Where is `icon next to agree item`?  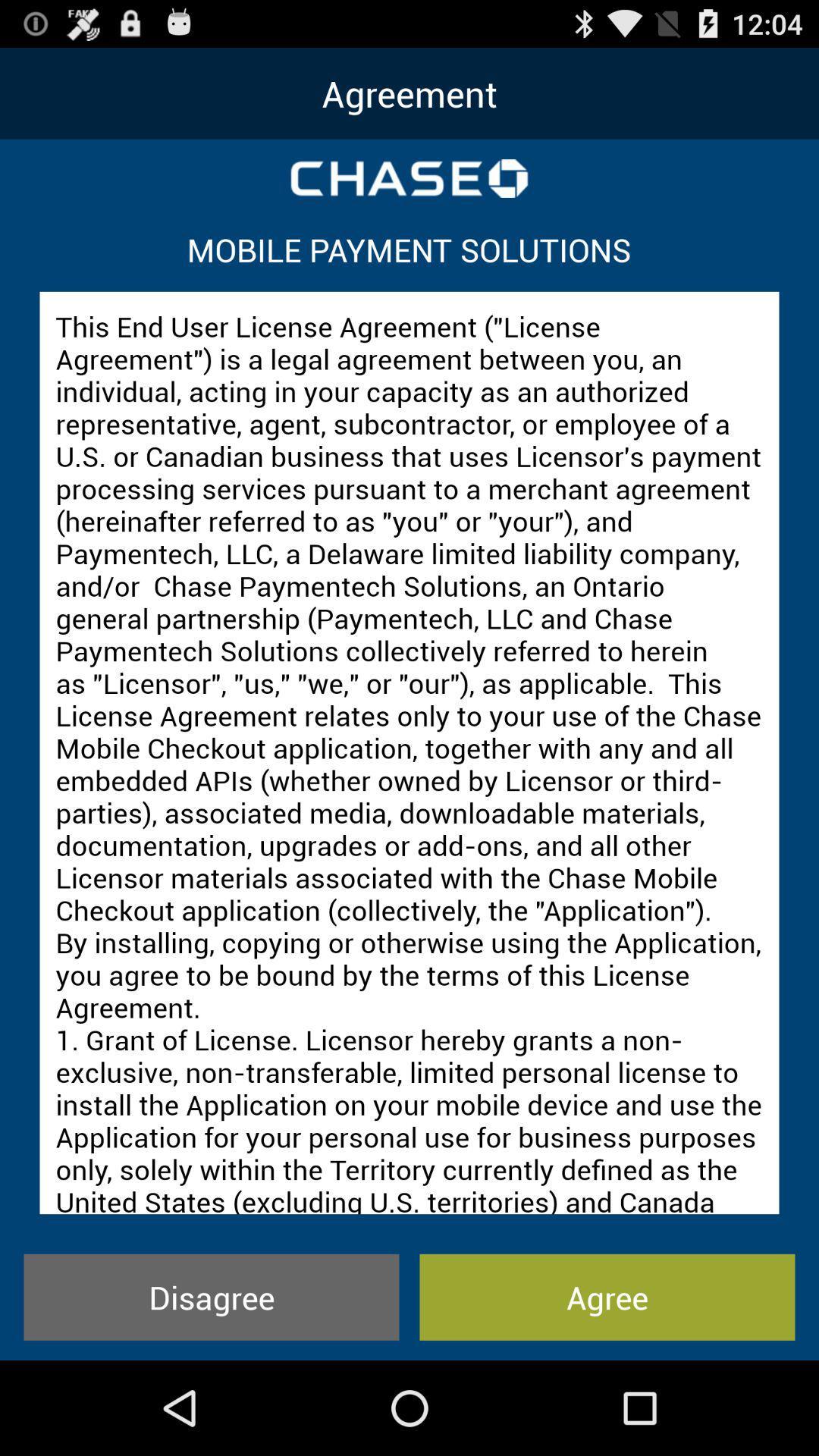 icon next to agree item is located at coordinates (211, 1296).